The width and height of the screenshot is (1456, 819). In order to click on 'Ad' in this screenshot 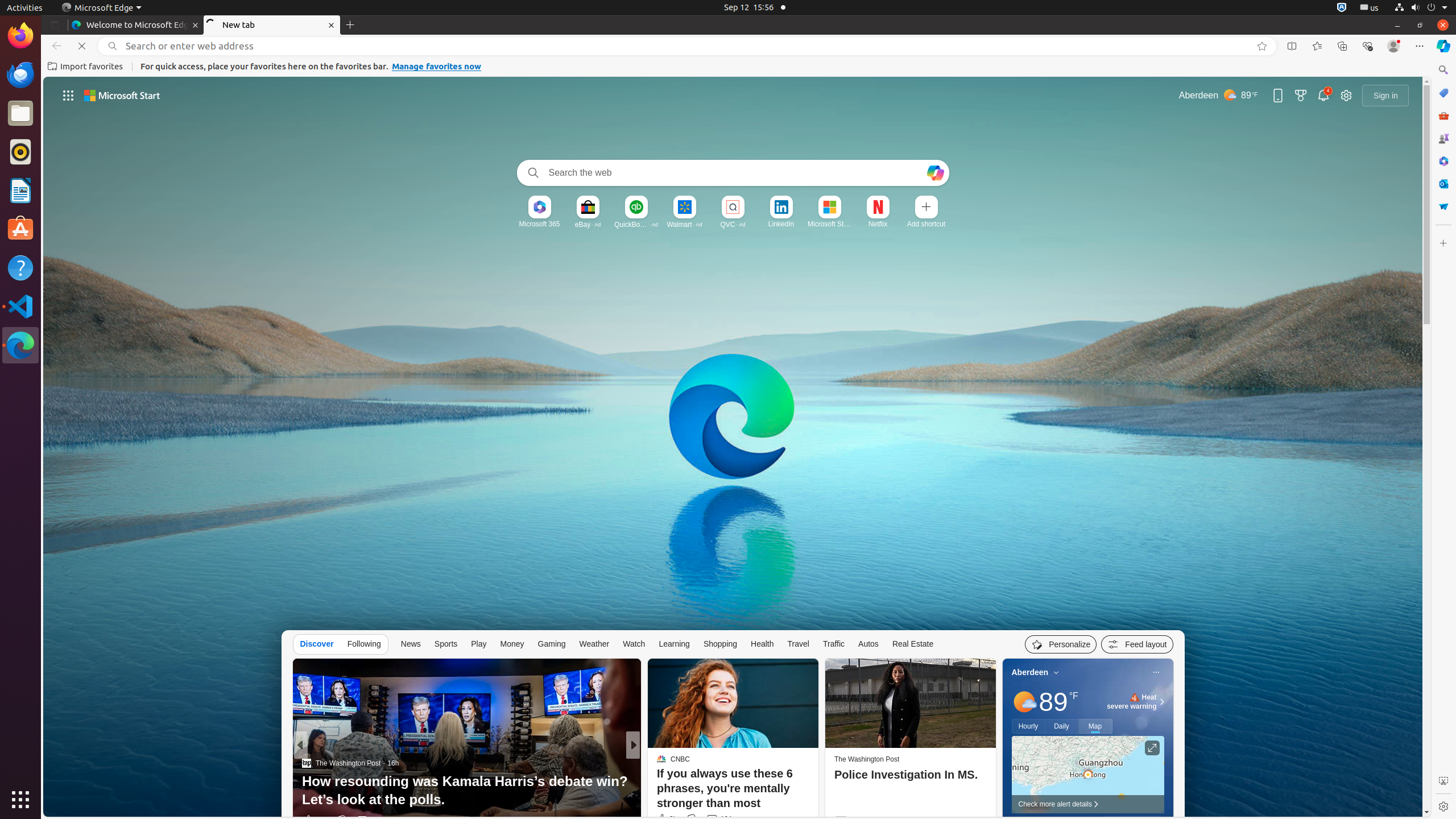, I will do `click(597, 224)`.